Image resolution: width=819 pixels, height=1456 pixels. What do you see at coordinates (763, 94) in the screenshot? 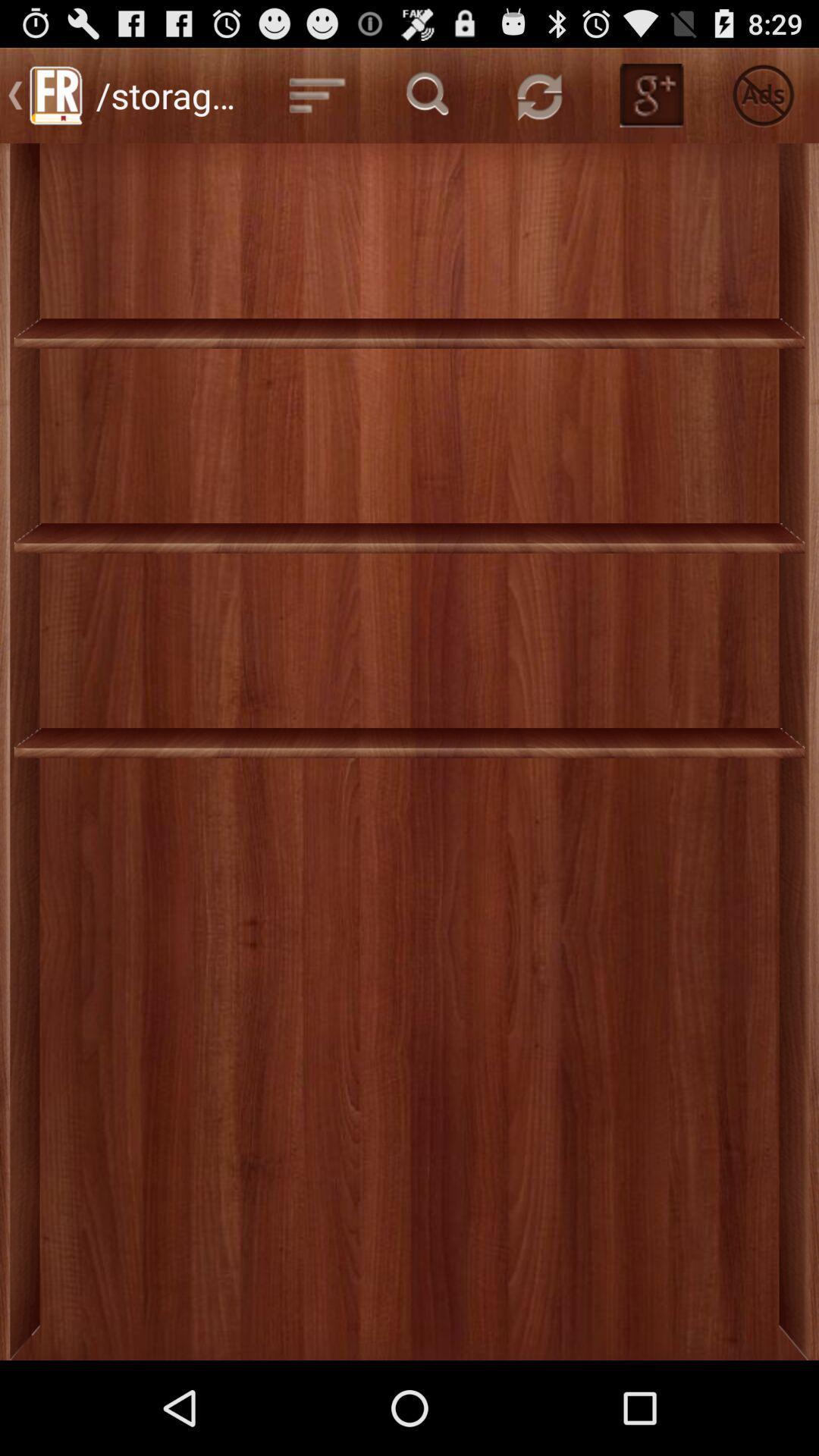
I see `no ads icon` at bounding box center [763, 94].